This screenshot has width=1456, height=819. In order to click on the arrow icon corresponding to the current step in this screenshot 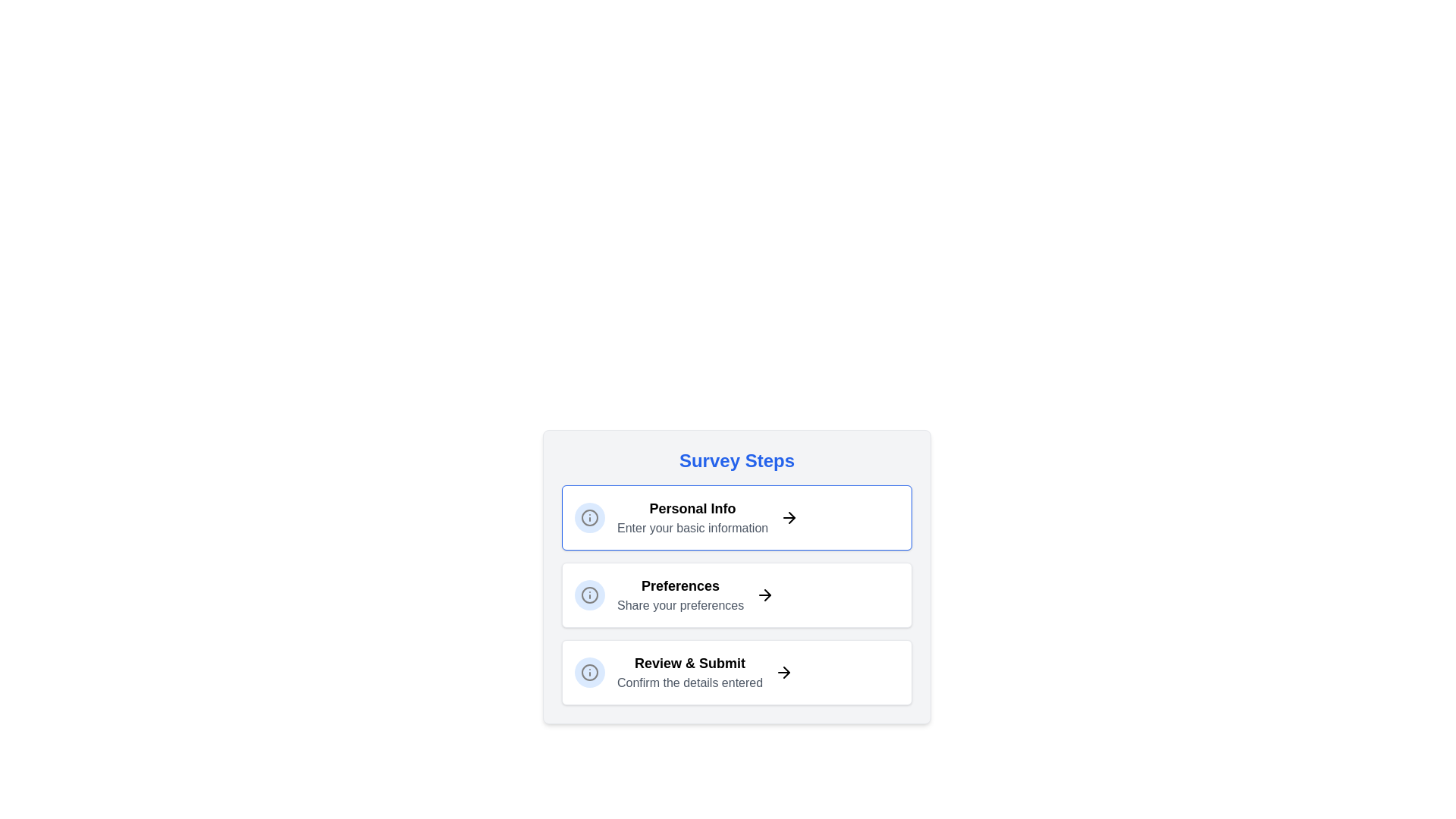, I will do `click(789, 516)`.